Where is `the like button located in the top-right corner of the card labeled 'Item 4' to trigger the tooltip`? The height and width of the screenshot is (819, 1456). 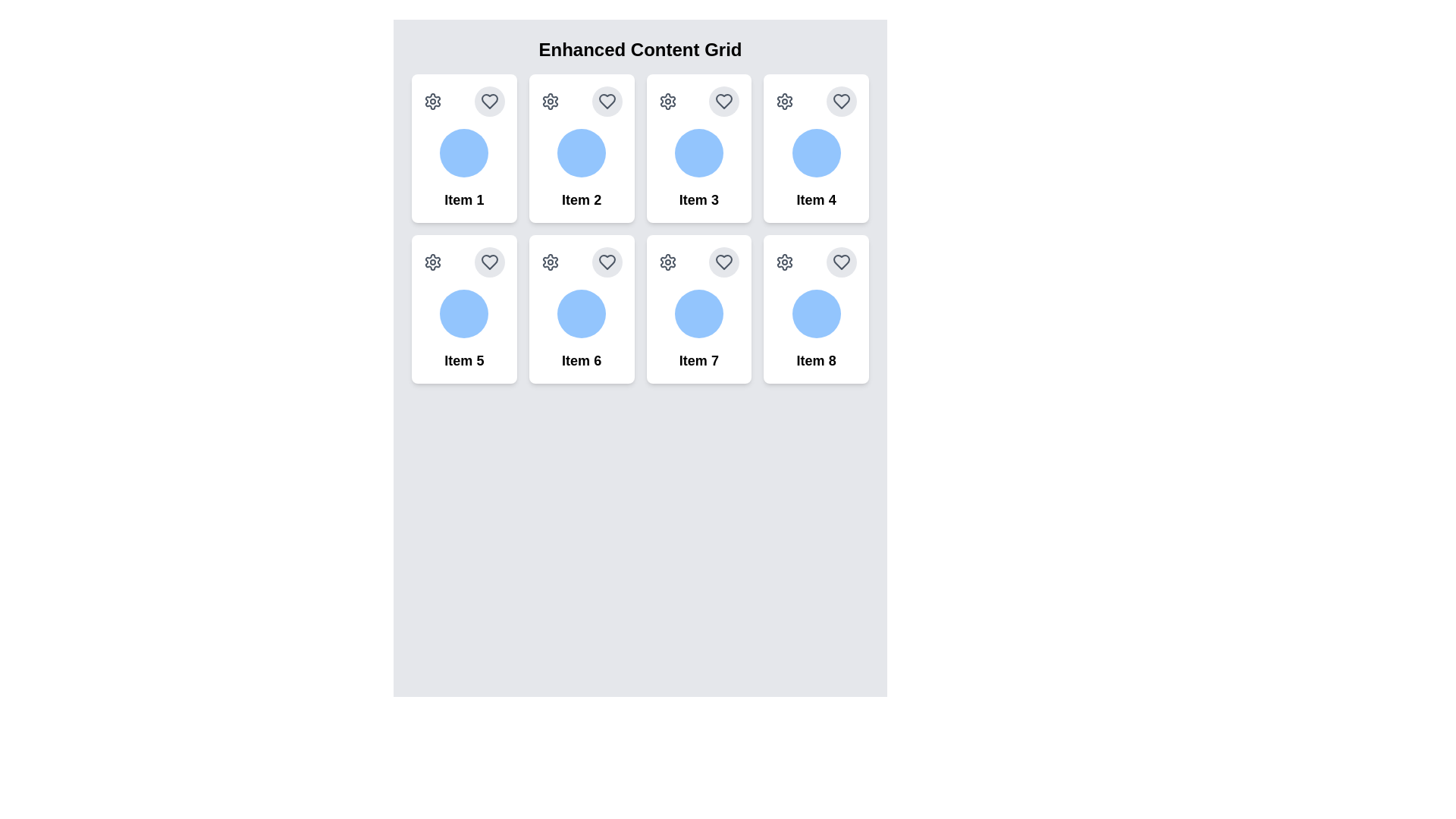 the like button located in the top-right corner of the card labeled 'Item 4' to trigger the tooltip is located at coordinates (840, 102).